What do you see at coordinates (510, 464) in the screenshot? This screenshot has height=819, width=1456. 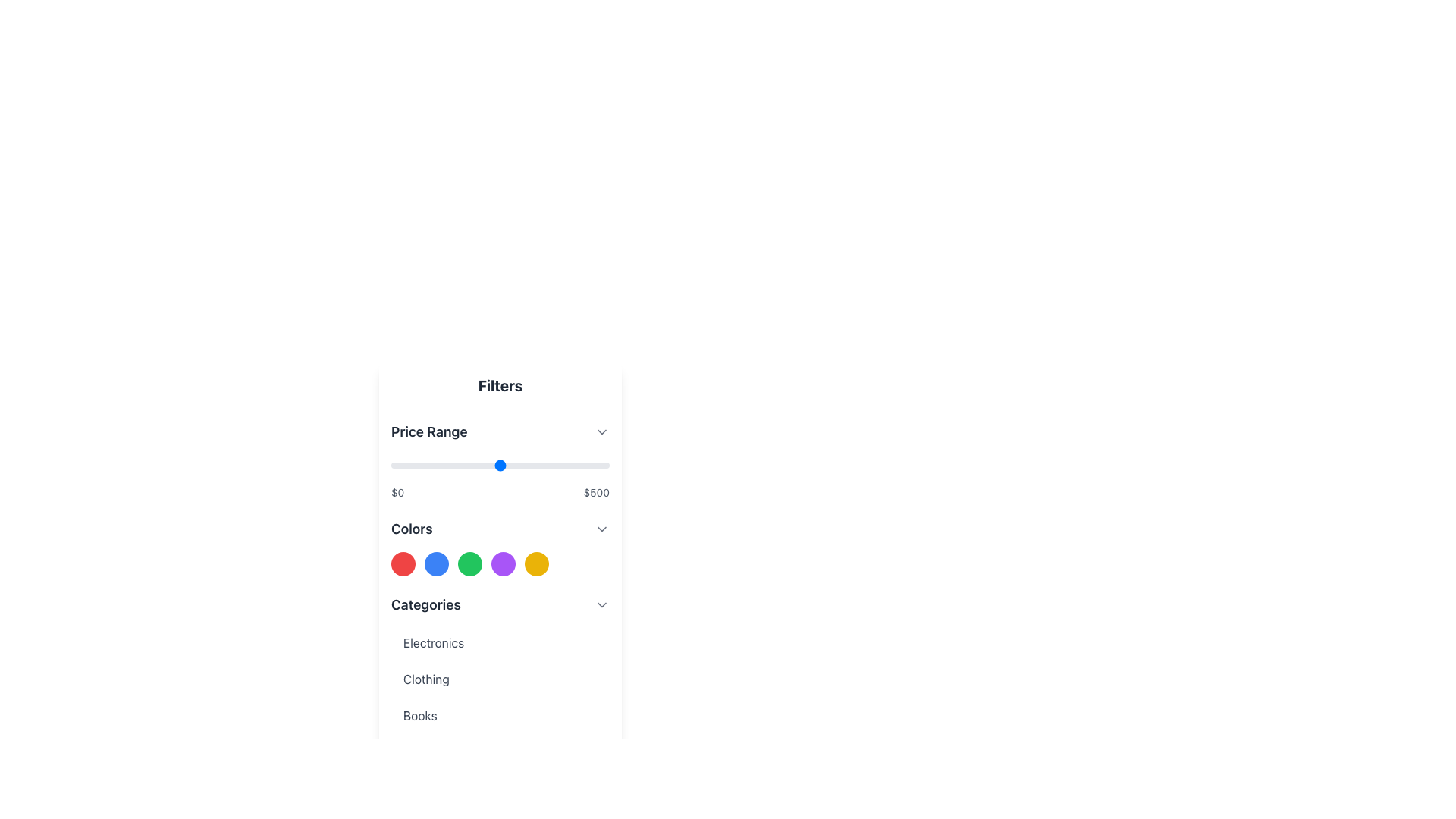 I see `the price range slider` at bounding box center [510, 464].